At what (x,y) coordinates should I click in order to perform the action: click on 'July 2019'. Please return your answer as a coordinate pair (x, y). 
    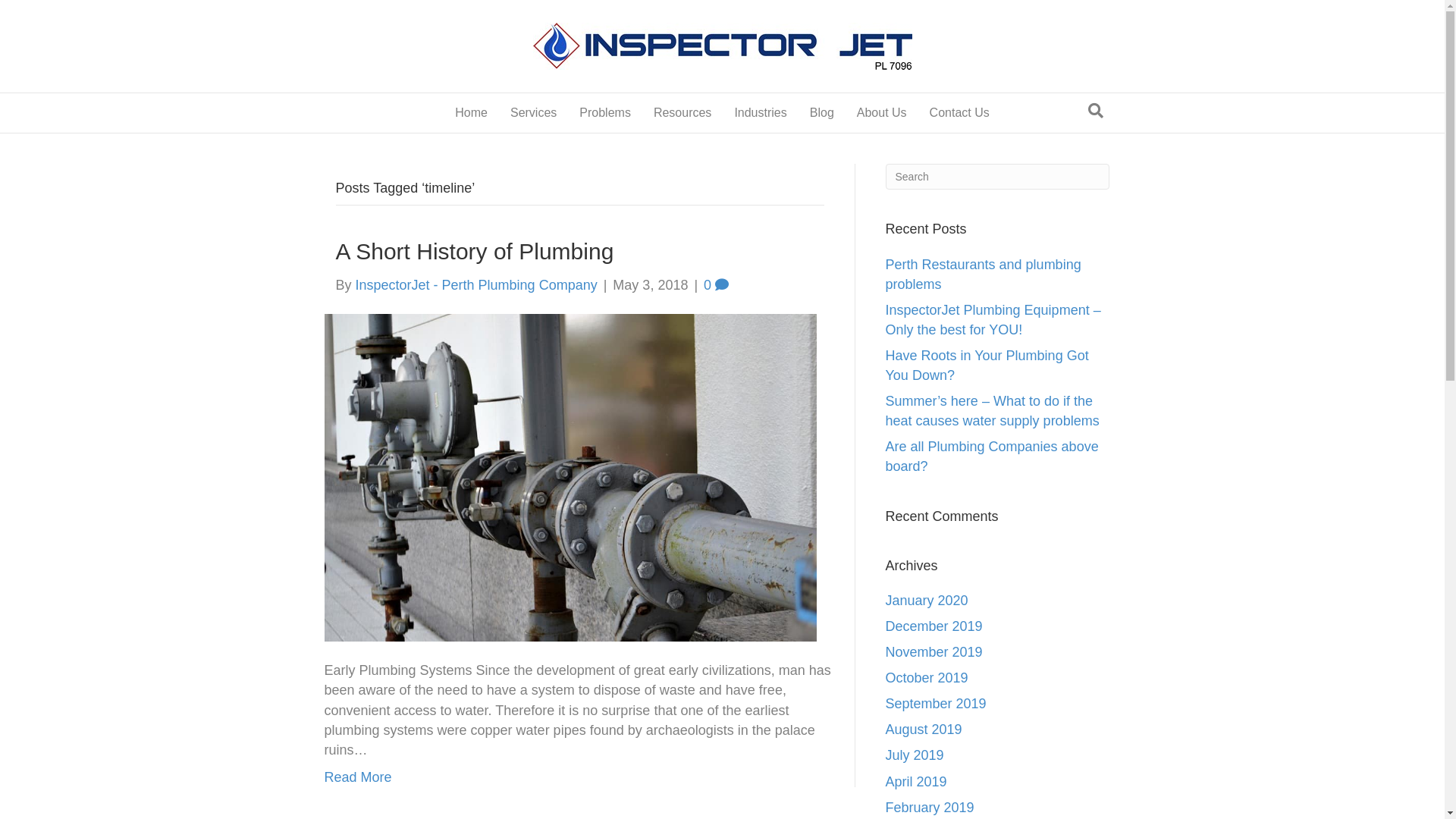
    Looking at the image, I should click on (914, 755).